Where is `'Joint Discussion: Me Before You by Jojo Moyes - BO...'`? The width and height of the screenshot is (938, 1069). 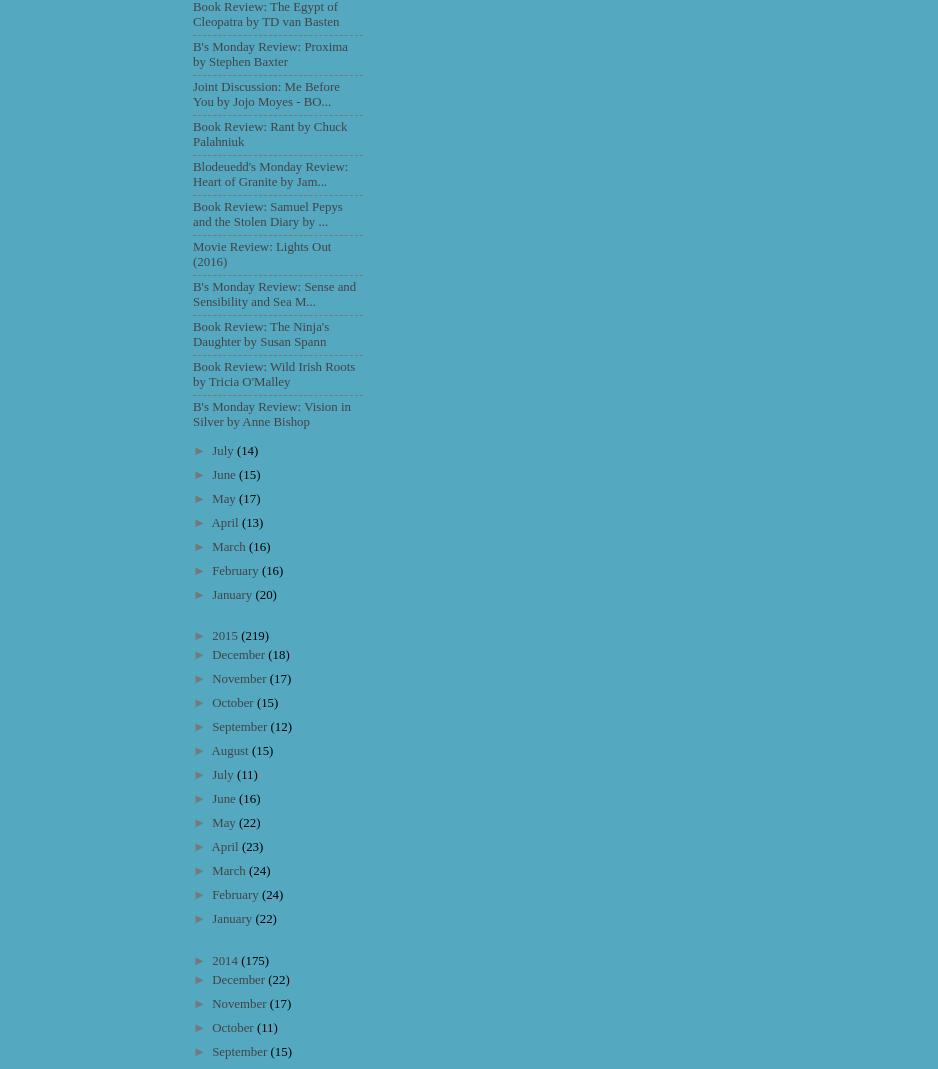 'Joint Discussion: Me Before You by Jojo Moyes - BO...' is located at coordinates (265, 93).